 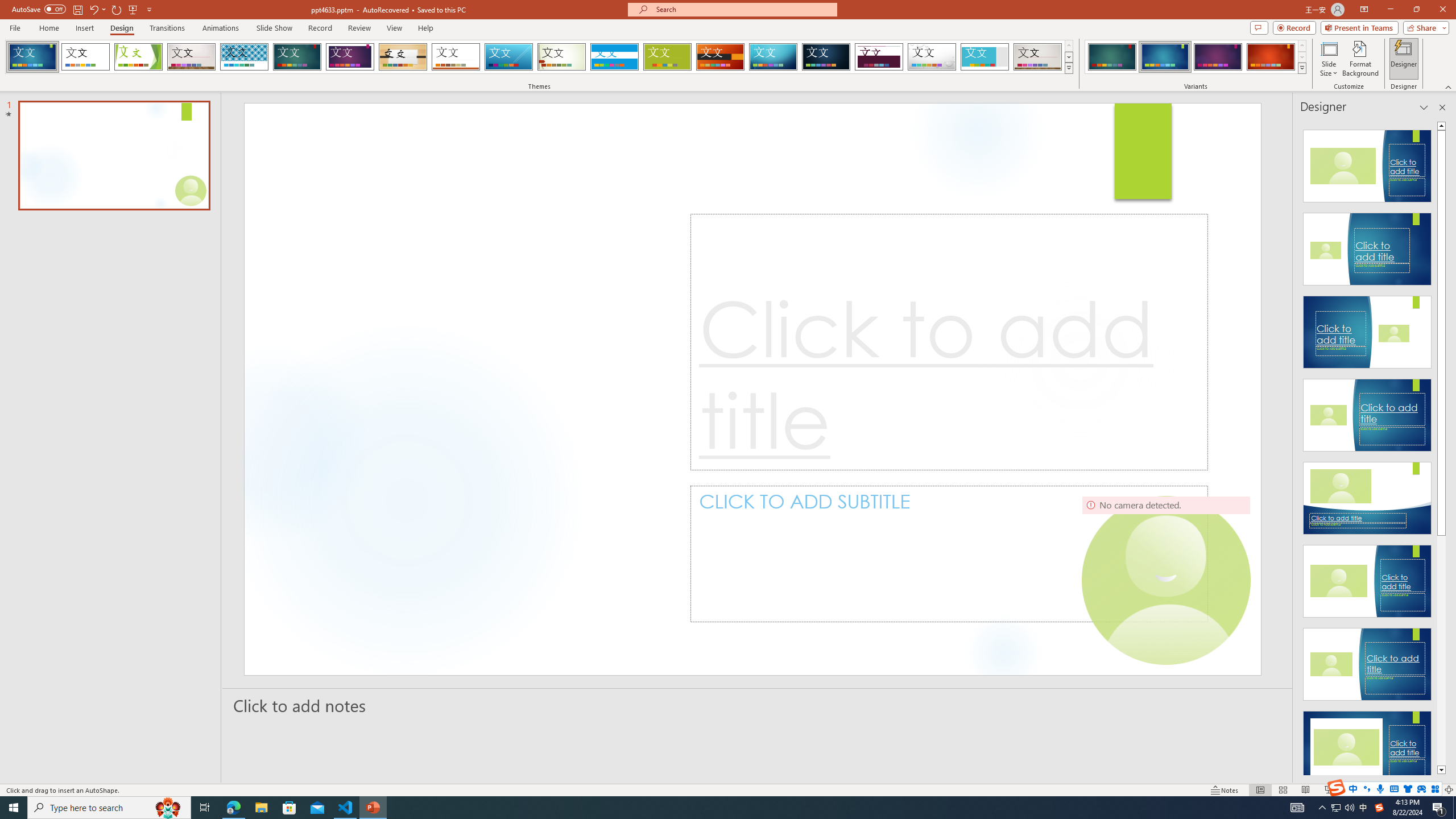 What do you see at coordinates (133, 9) in the screenshot?
I see `'From Beginning'` at bounding box center [133, 9].